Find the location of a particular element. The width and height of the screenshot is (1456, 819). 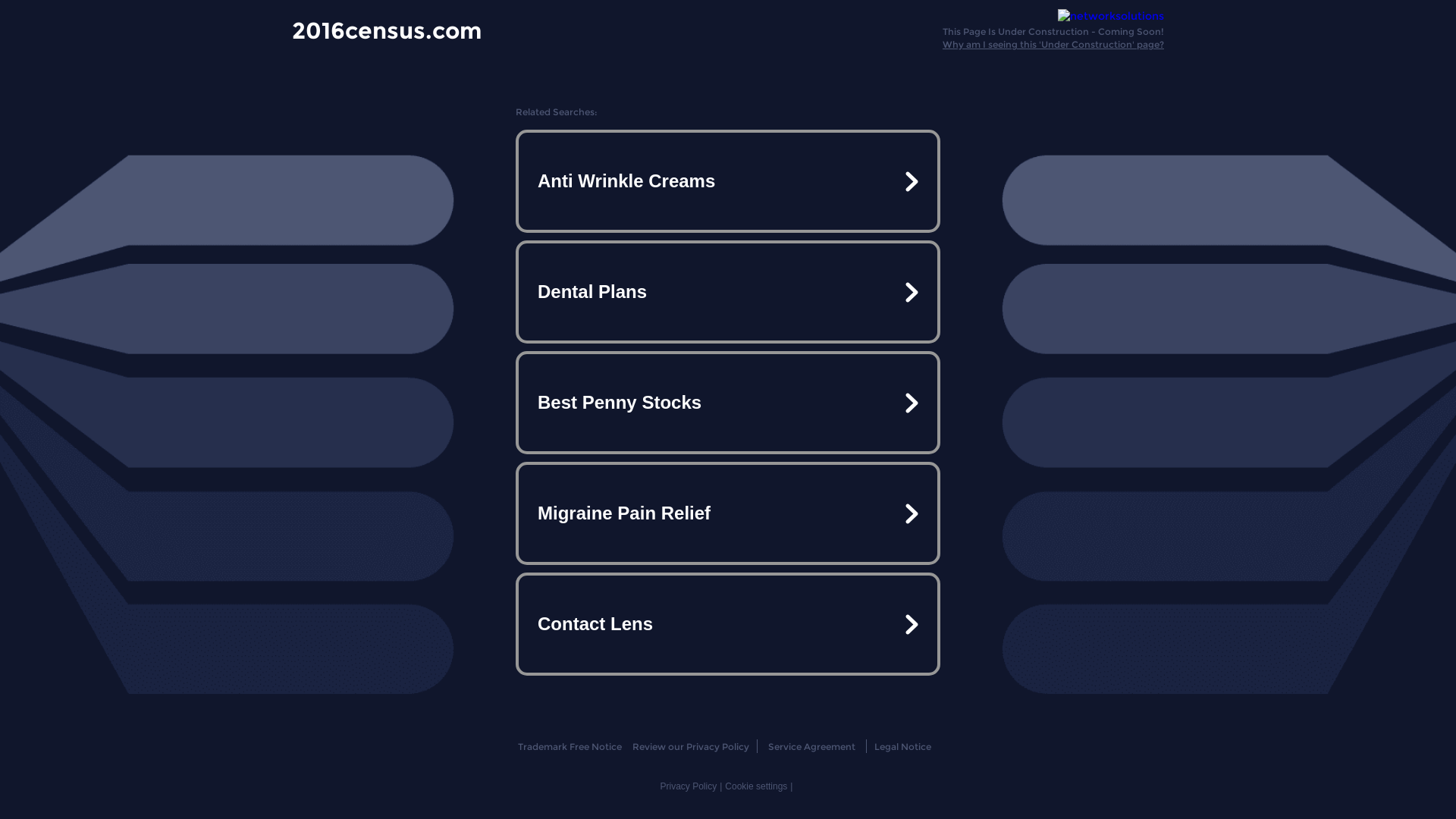

'Anti Wrinkle Creams' is located at coordinates (728, 180).